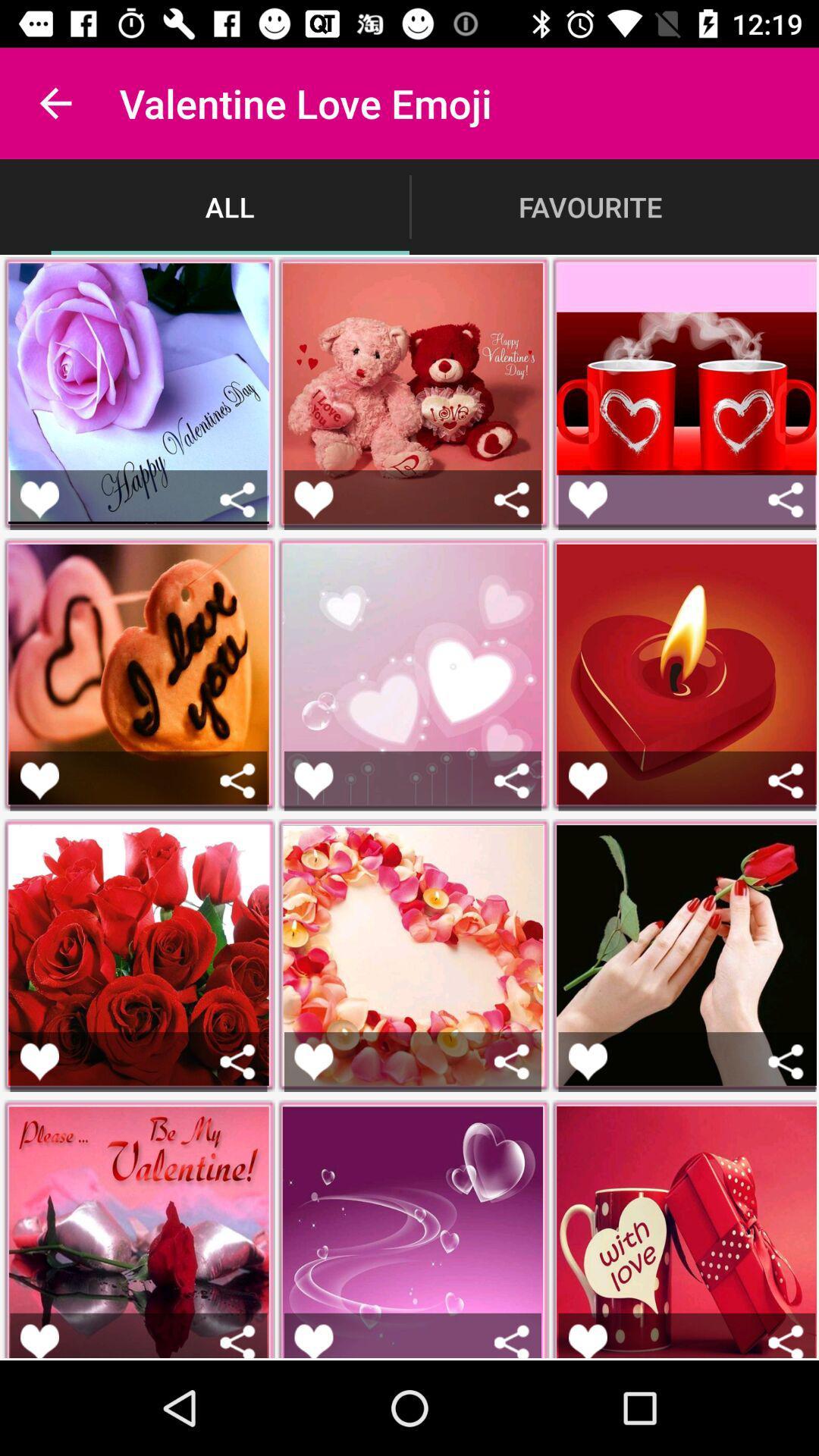 The height and width of the screenshot is (1456, 819). Describe the element at coordinates (312, 1341) in the screenshot. I see `favorite` at that location.